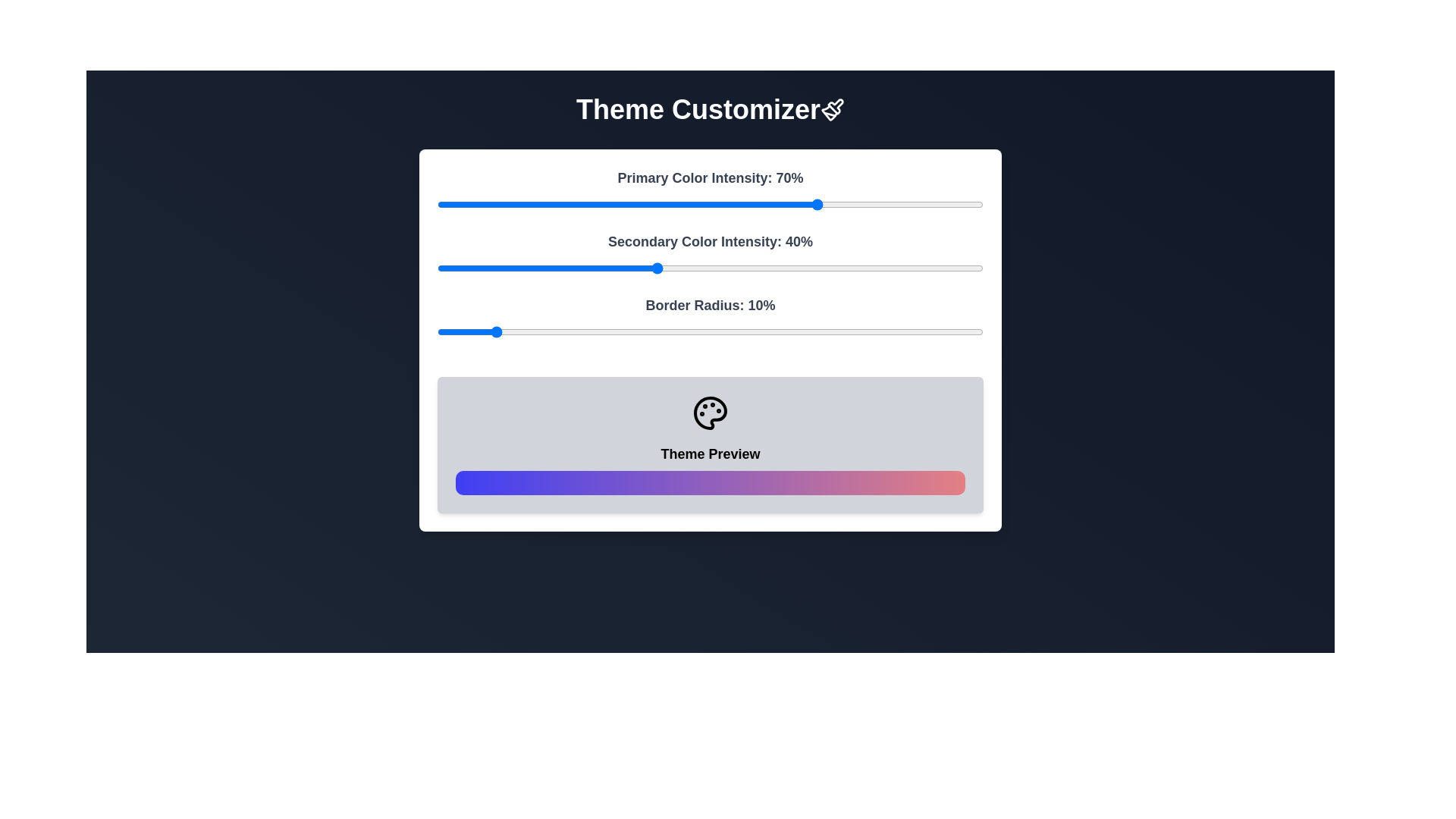 The width and height of the screenshot is (1456, 819). Describe the element at coordinates (759, 331) in the screenshot. I see `the Border Radius slider to 59%` at that location.